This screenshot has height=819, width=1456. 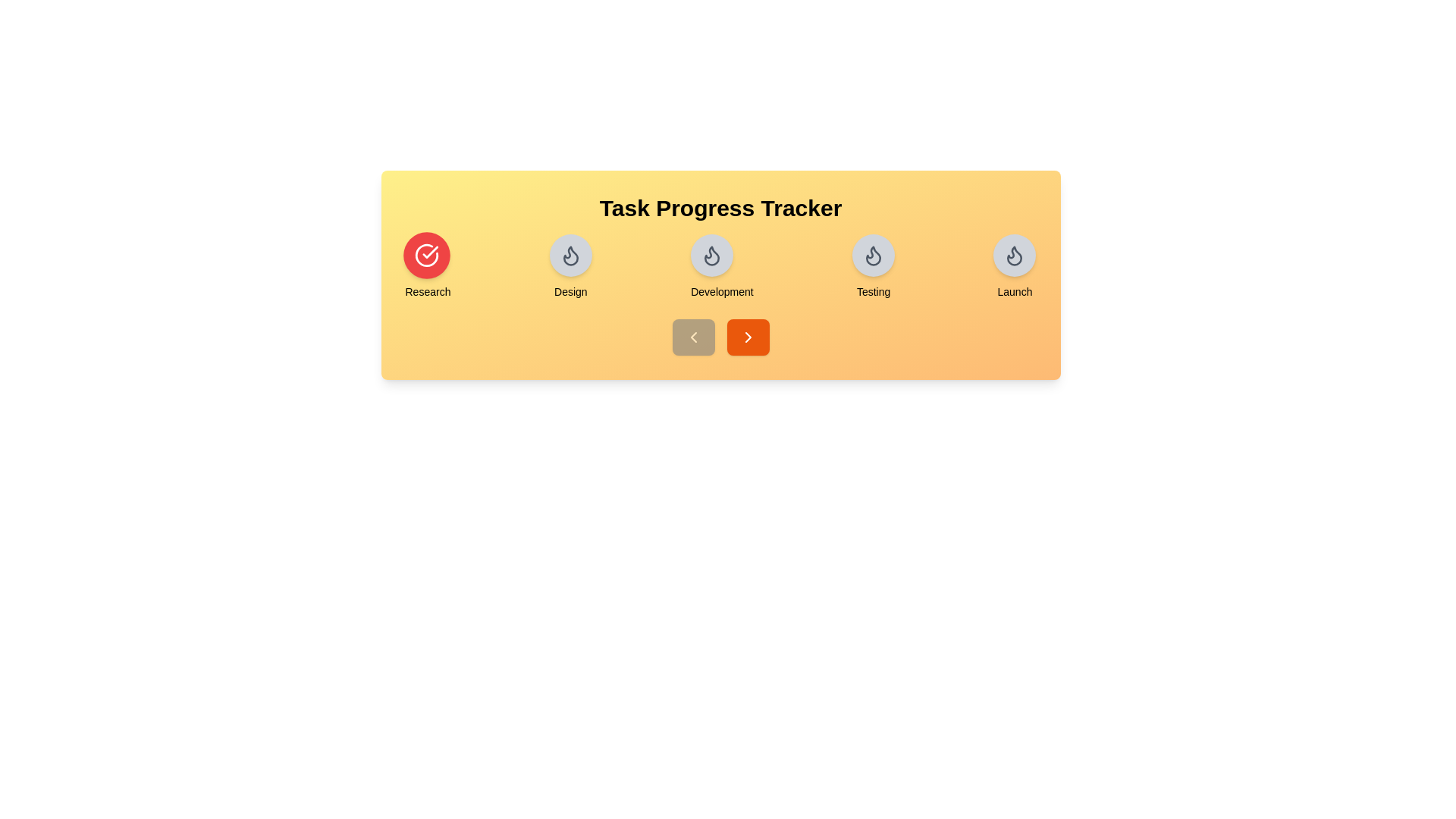 What do you see at coordinates (874, 254) in the screenshot?
I see `the third circular button representing 'Testing' in the task progress tracker` at bounding box center [874, 254].